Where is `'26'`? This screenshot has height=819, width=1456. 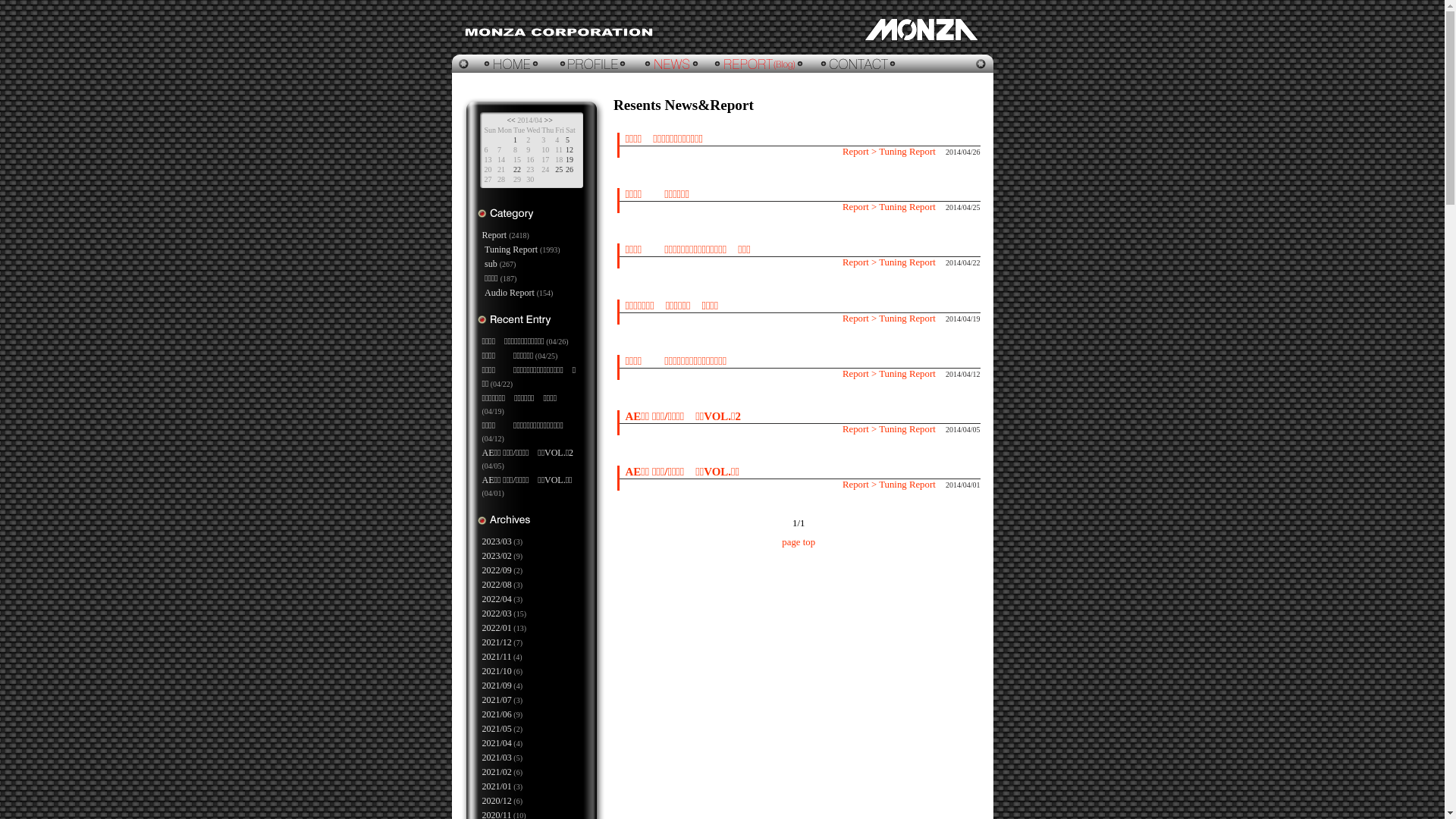 '26' is located at coordinates (568, 169).